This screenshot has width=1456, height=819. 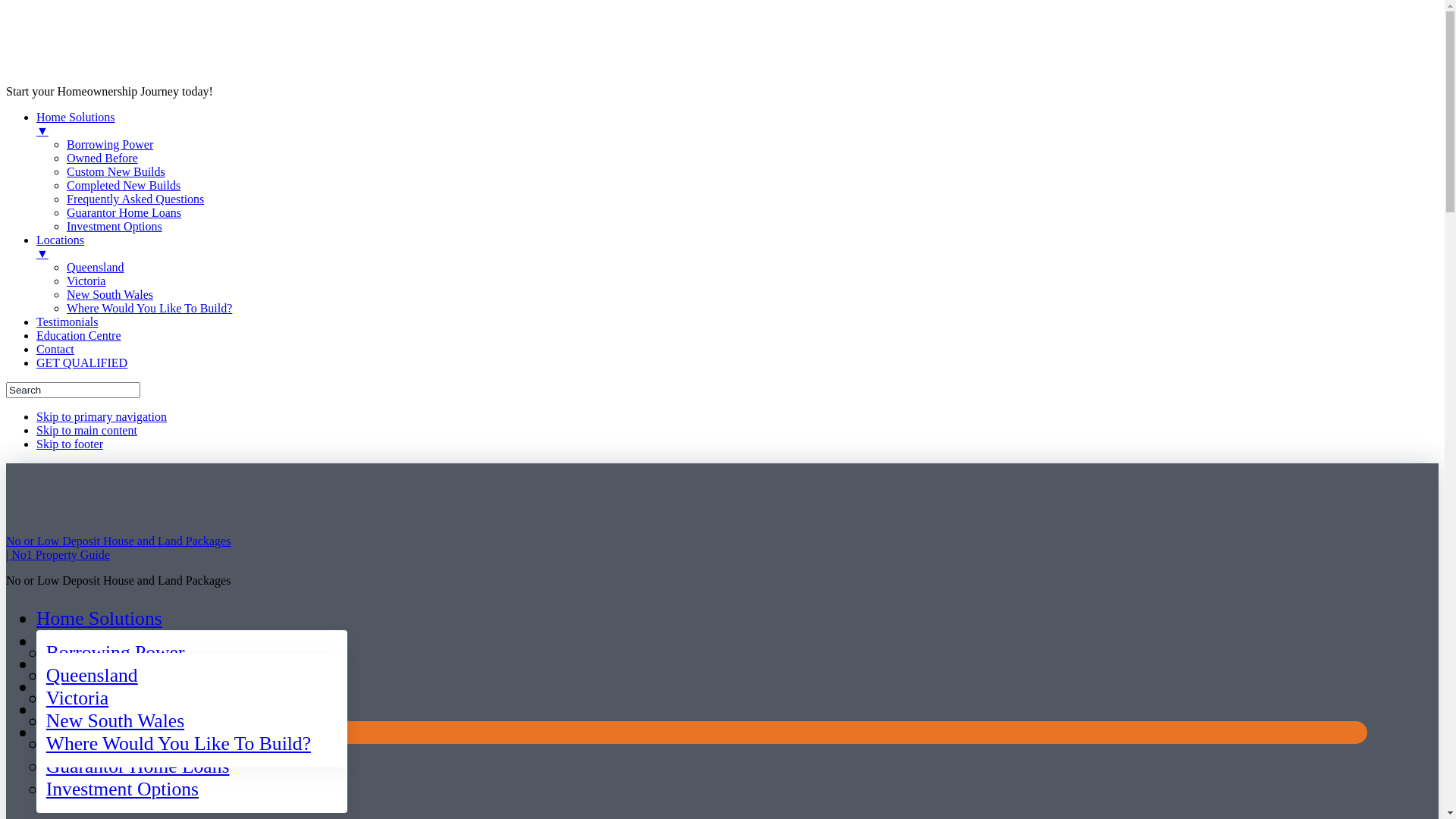 I want to click on 'Testimonials', so click(x=67, y=321).